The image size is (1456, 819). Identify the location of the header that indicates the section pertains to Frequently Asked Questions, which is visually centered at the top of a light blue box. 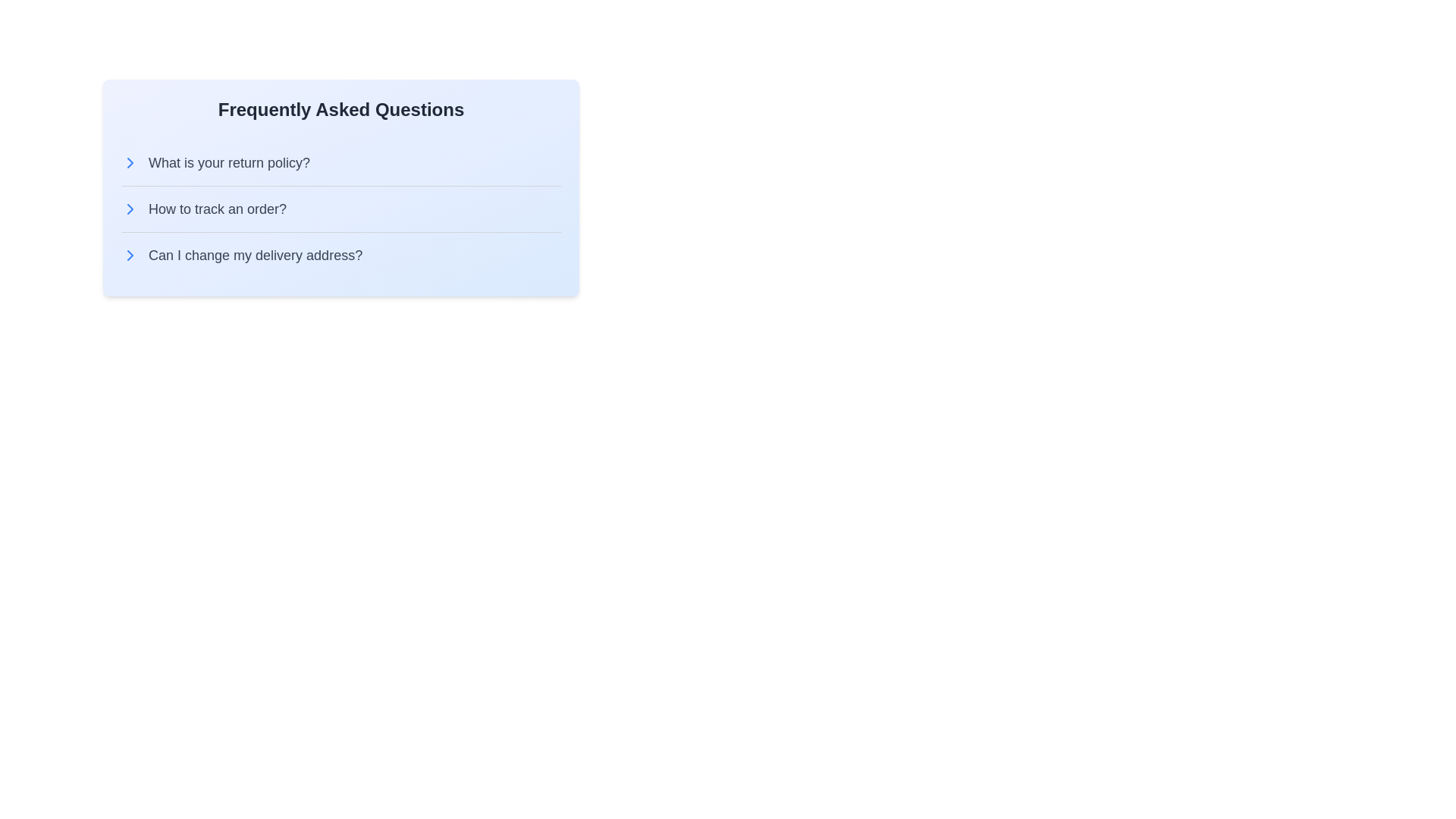
(340, 109).